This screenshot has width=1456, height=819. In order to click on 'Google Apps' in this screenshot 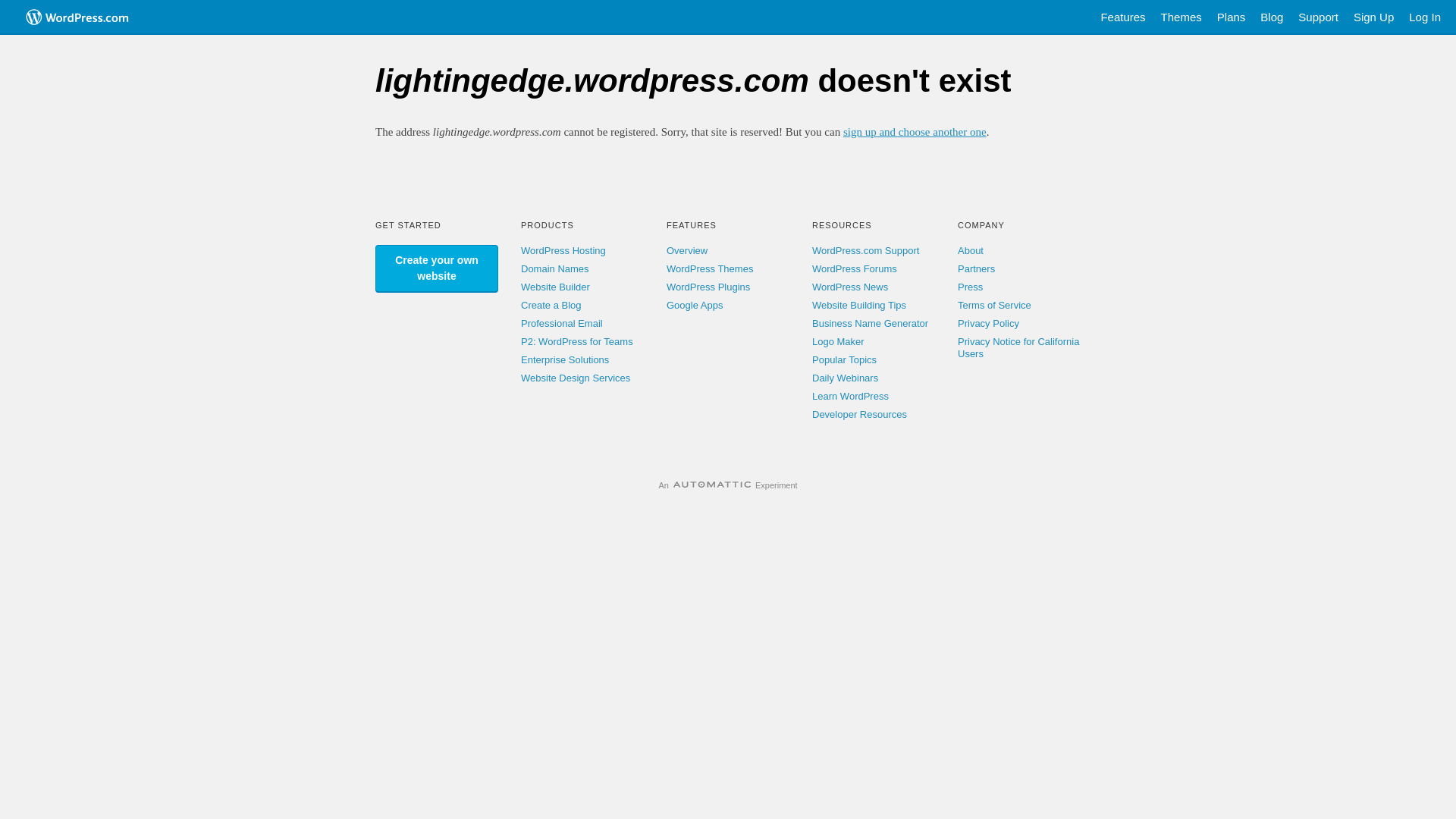, I will do `click(694, 305)`.